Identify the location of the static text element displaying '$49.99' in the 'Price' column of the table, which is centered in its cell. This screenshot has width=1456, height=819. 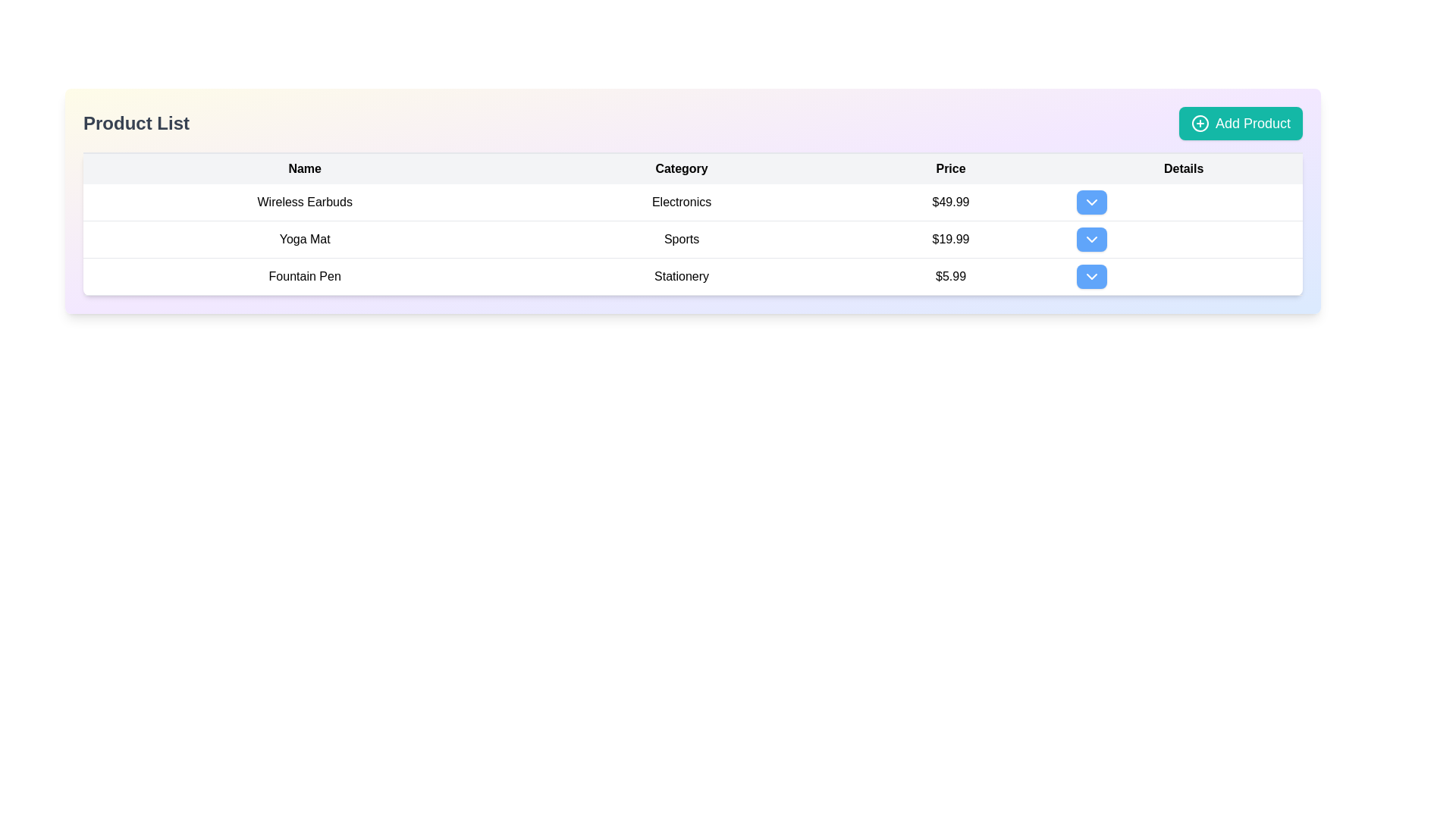
(949, 202).